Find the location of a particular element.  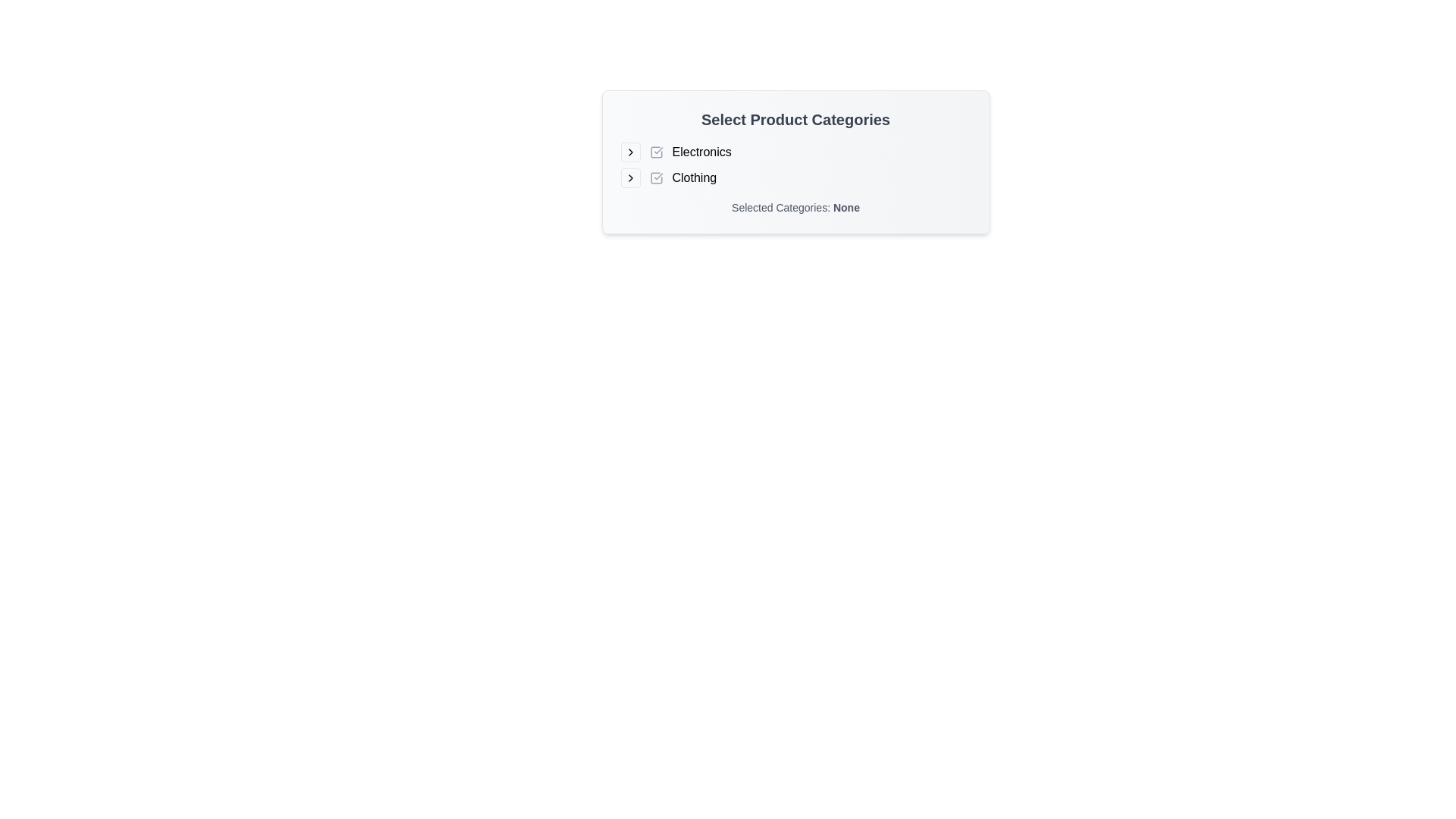

the small rightward arrow-shaped button with a light gray border is located at coordinates (630, 152).